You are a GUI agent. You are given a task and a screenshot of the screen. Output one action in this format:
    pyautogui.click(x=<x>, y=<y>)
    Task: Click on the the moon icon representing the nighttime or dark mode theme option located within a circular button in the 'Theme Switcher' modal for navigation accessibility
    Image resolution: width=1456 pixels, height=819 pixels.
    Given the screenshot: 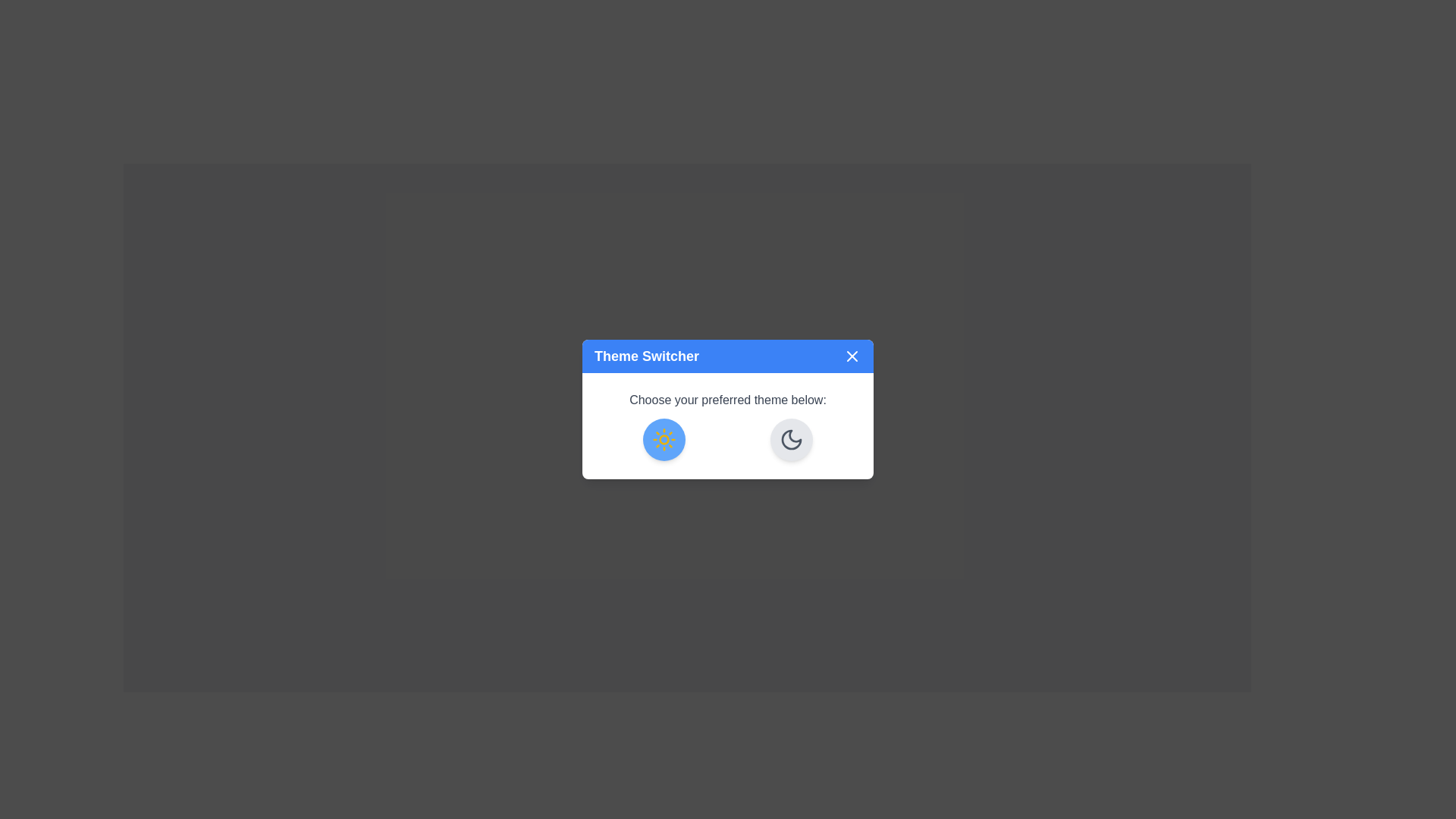 What is the action you would take?
    pyautogui.click(x=790, y=439)
    